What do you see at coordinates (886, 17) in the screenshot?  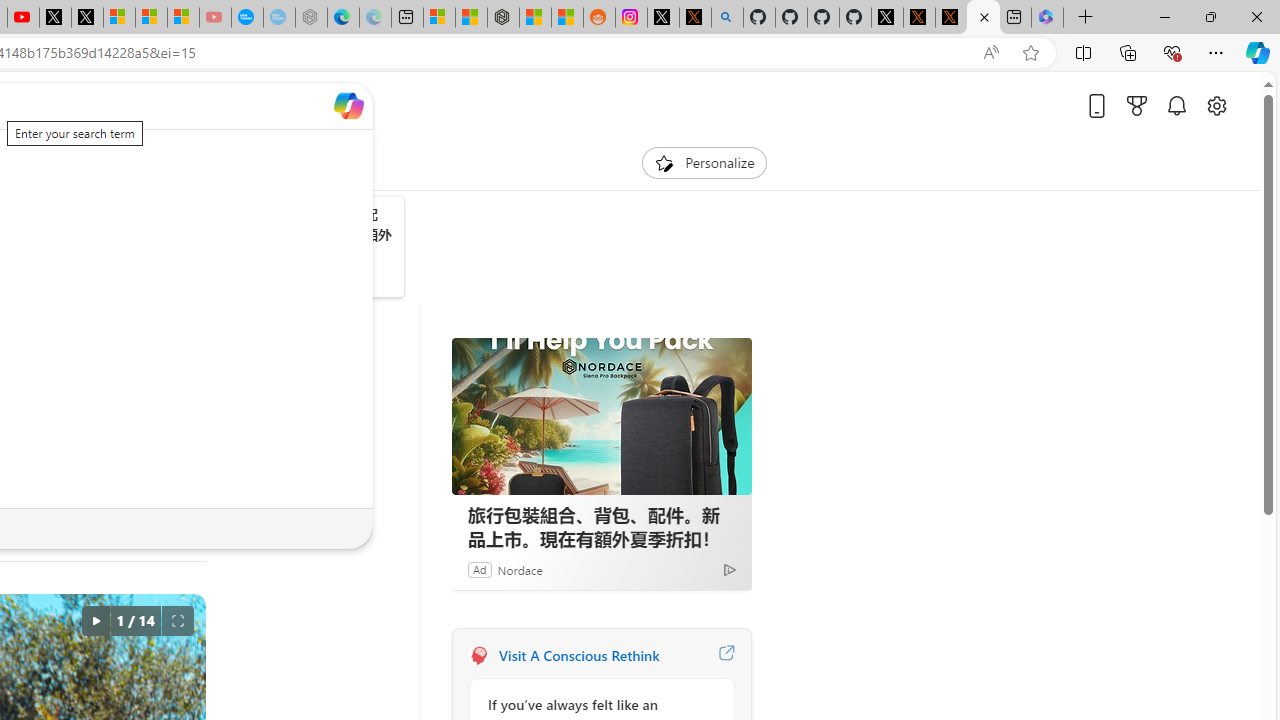 I see `'Profile / X'` at bounding box center [886, 17].